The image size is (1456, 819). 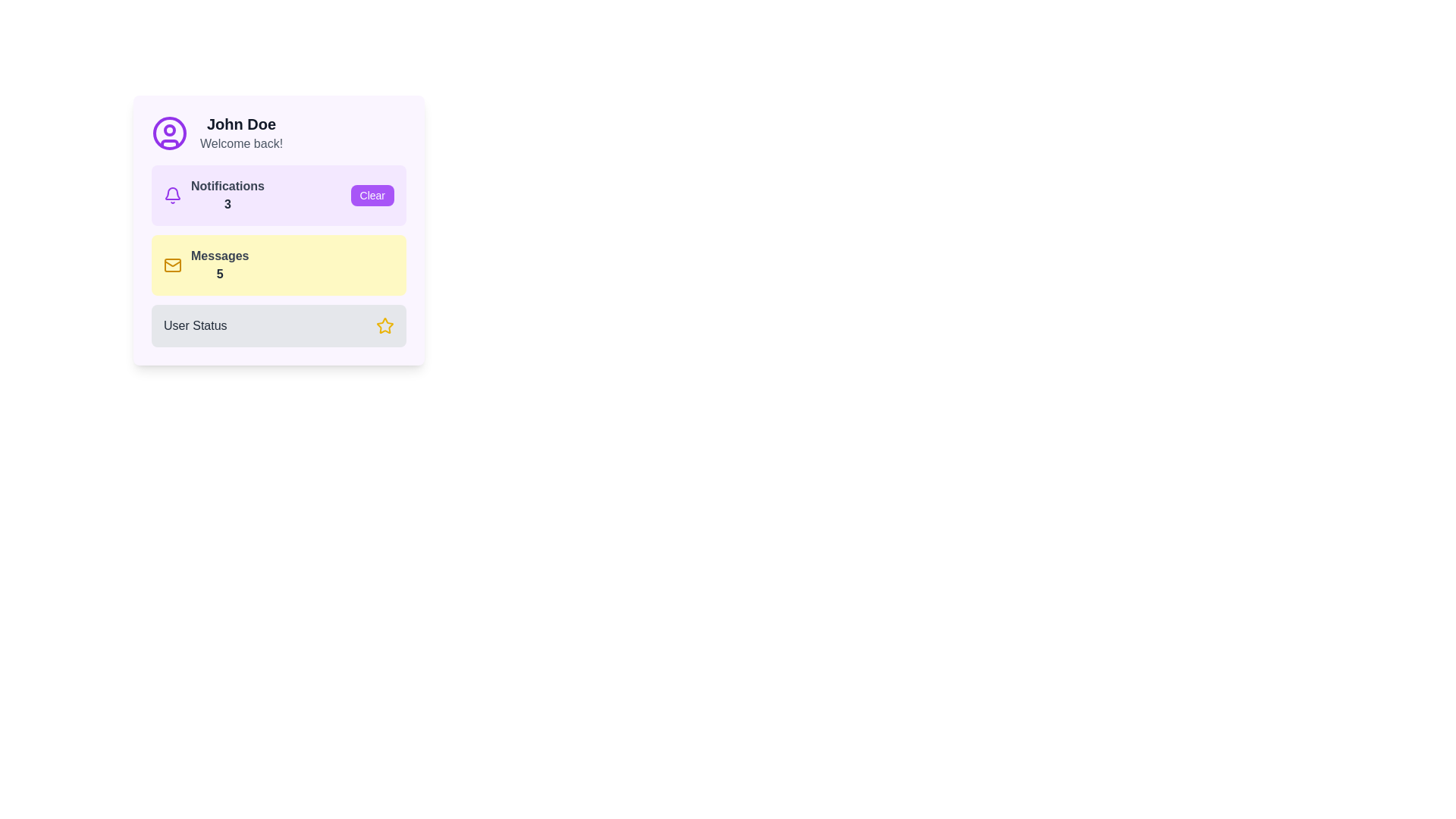 What do you see at coordinates (372, 195) in the screenshot?
I see `the 'Clear' button with white text on a purple background located in the notification section of the card to trigger the hover color change` at bounding box center [372, 195].